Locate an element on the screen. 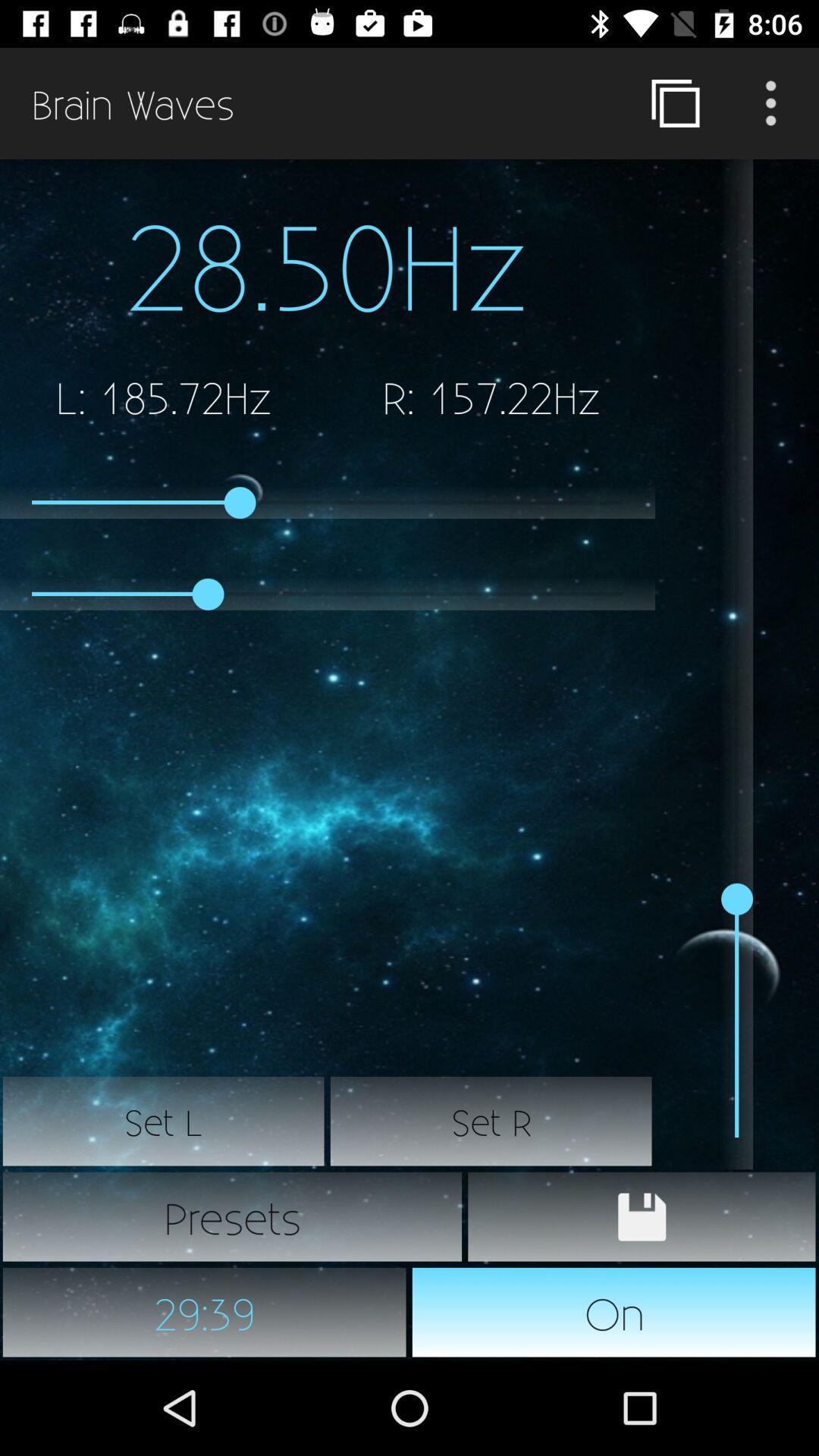  the on icon is located at coordinates (614, 1312).